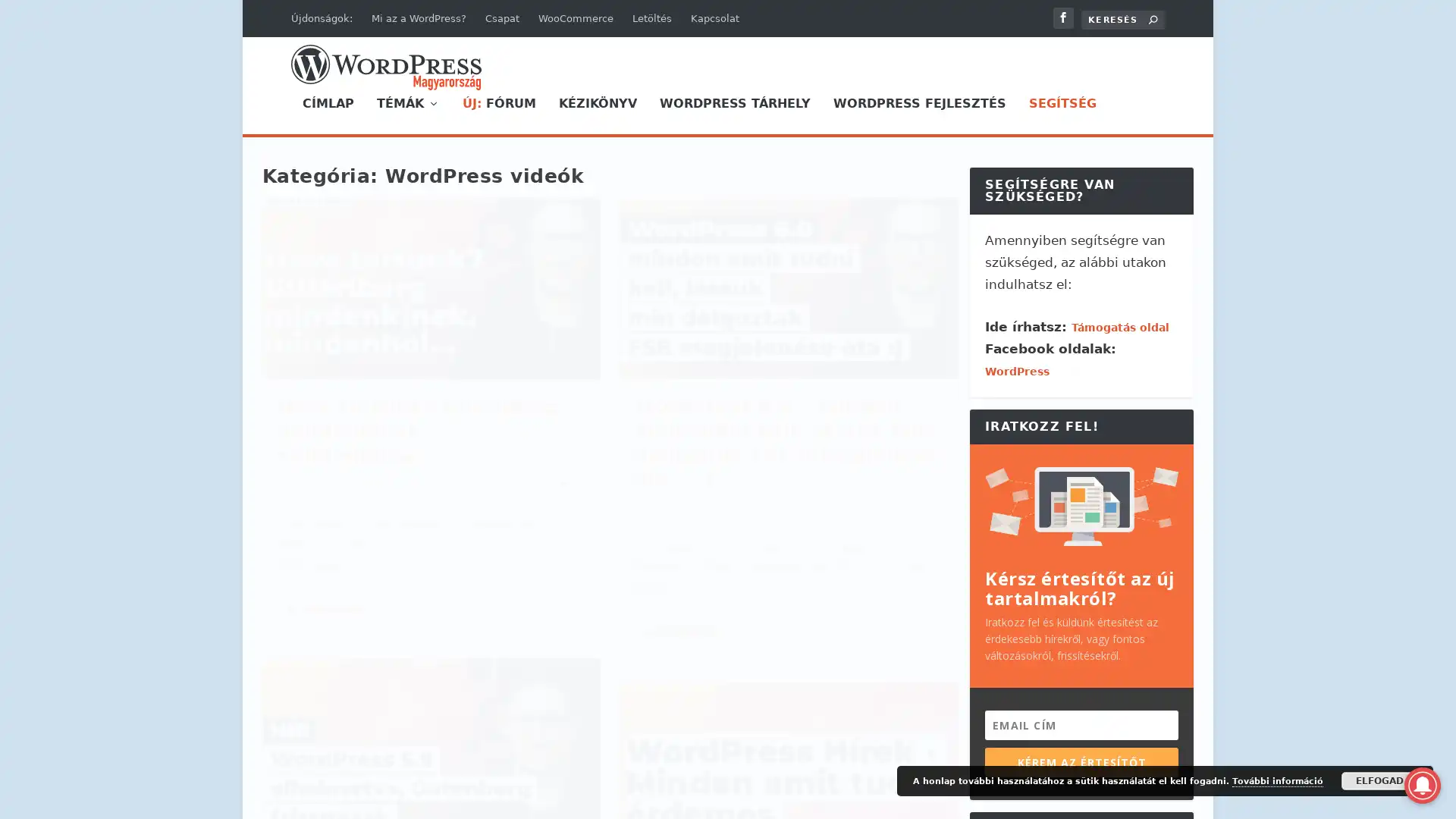 This screenshot has width=1456, height=819. I want to click on KEREM AZ ERTESITOT, so click(1081, 761).